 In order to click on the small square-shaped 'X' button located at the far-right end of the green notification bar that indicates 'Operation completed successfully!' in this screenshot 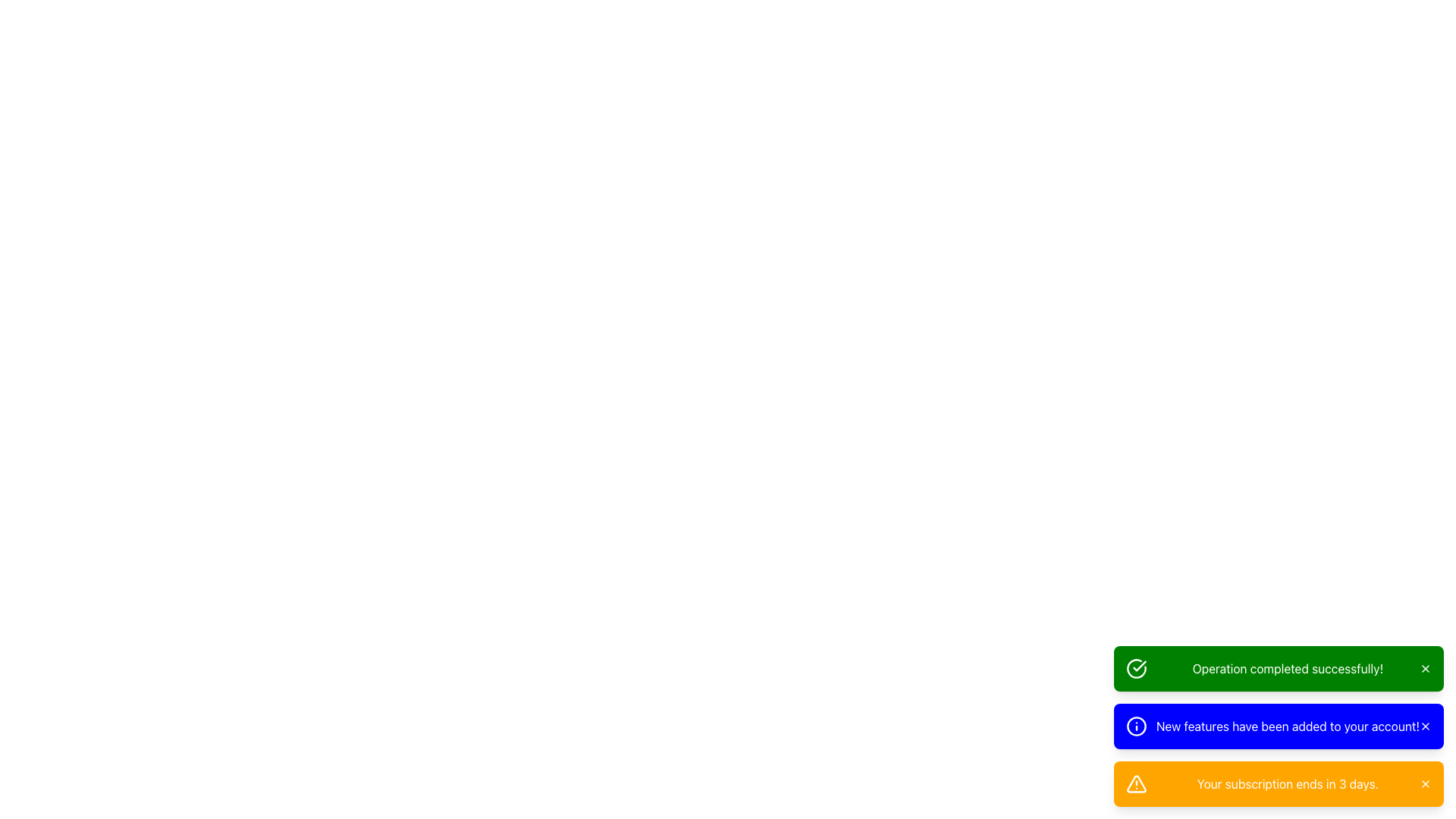, I will do `click(1425, 668)`.